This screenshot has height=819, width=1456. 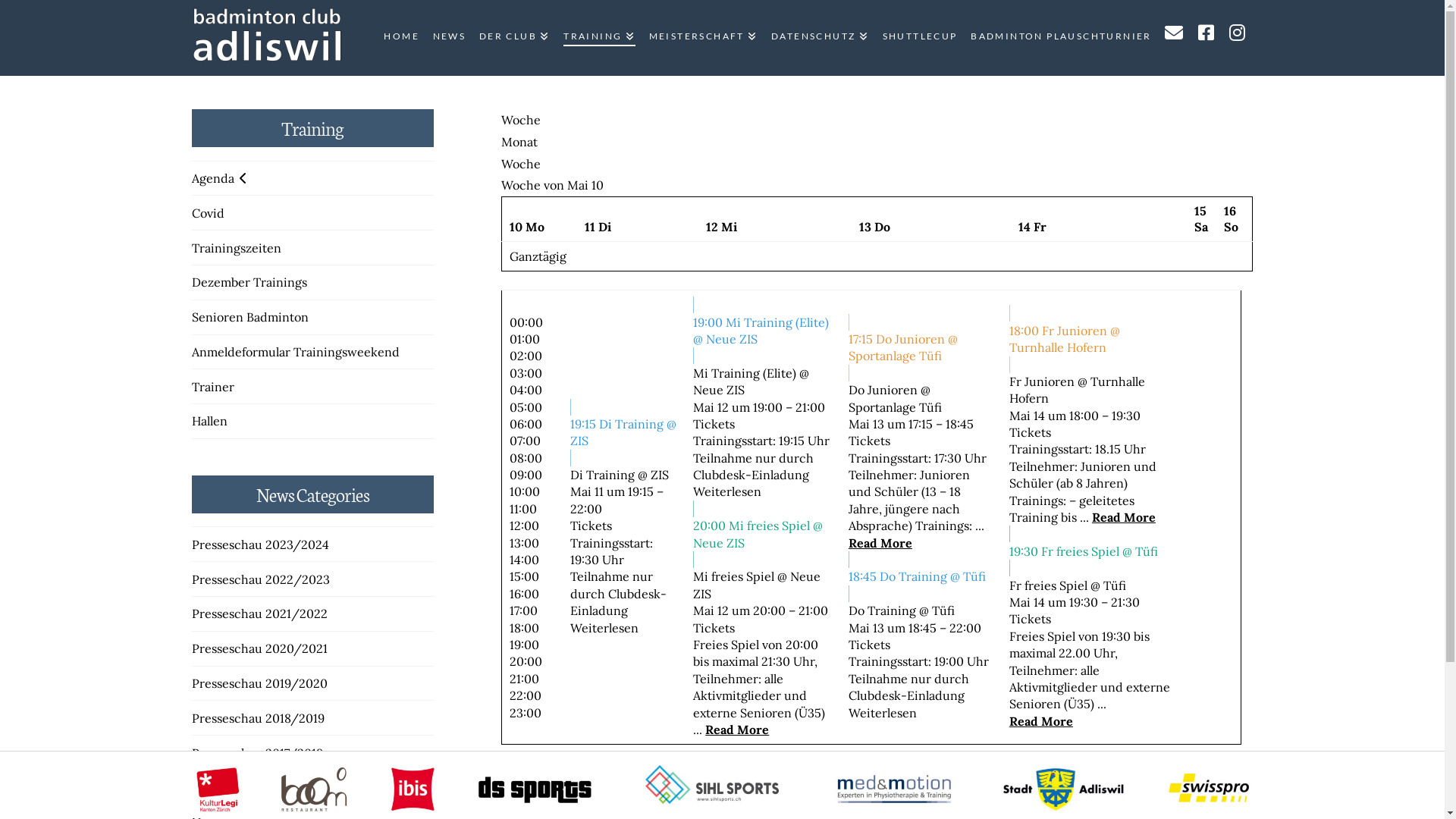 I want to click on 'Dezember Trainings', so click(x=248, y=281).